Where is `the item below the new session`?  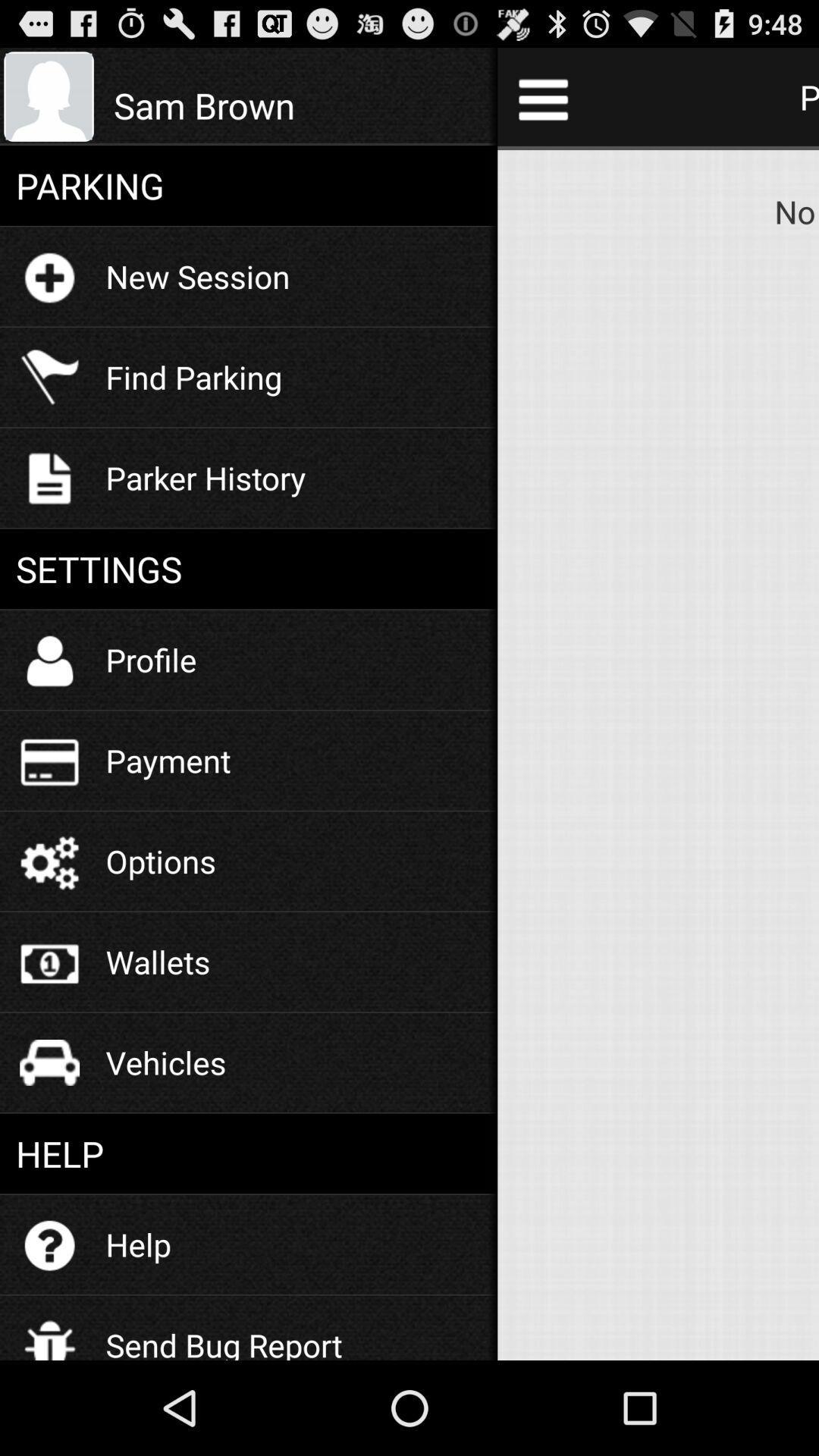
the item below the new session is located at coordinates (193, 377).